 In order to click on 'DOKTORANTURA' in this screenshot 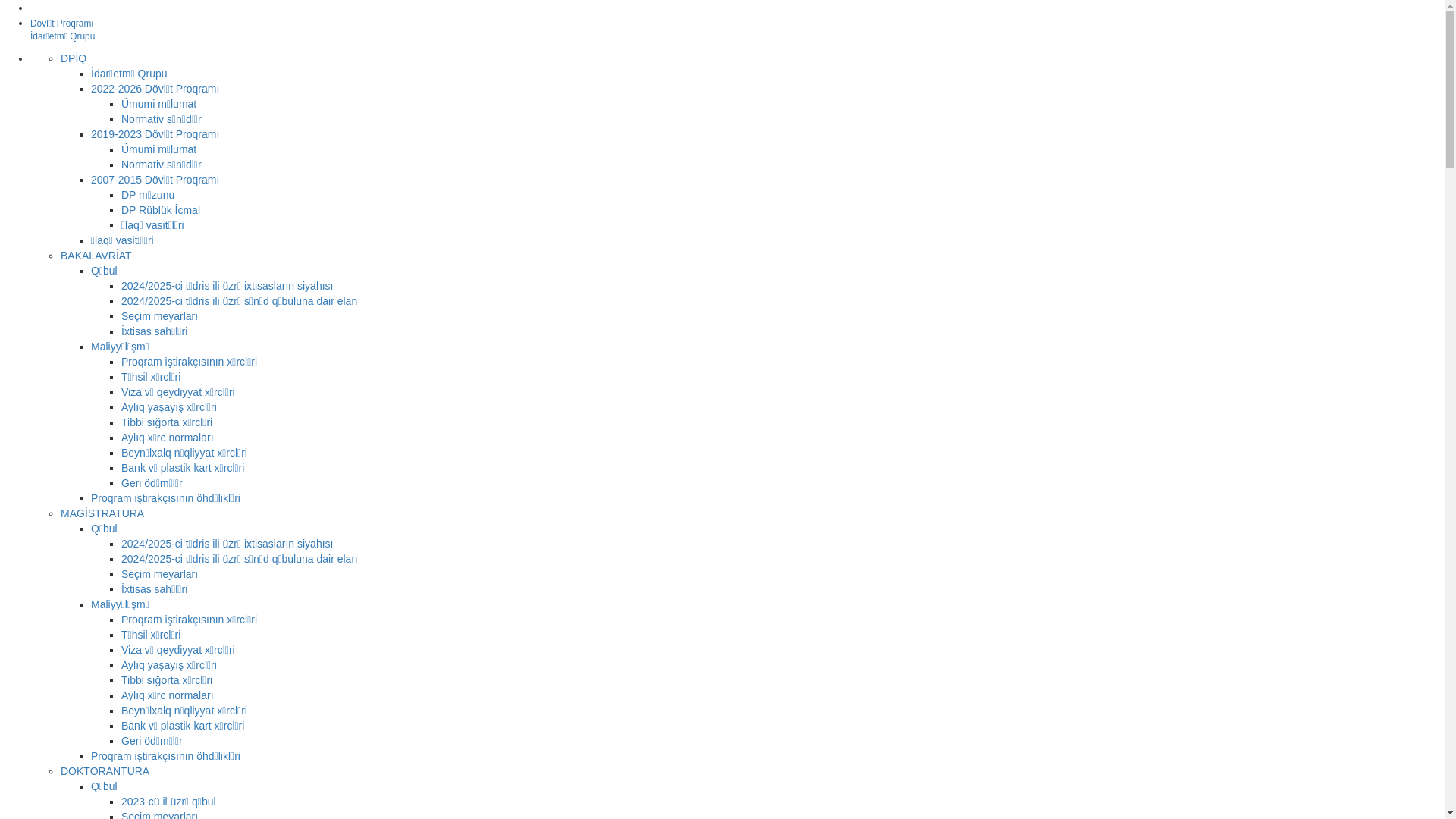, I will do `click(104, 771)`.